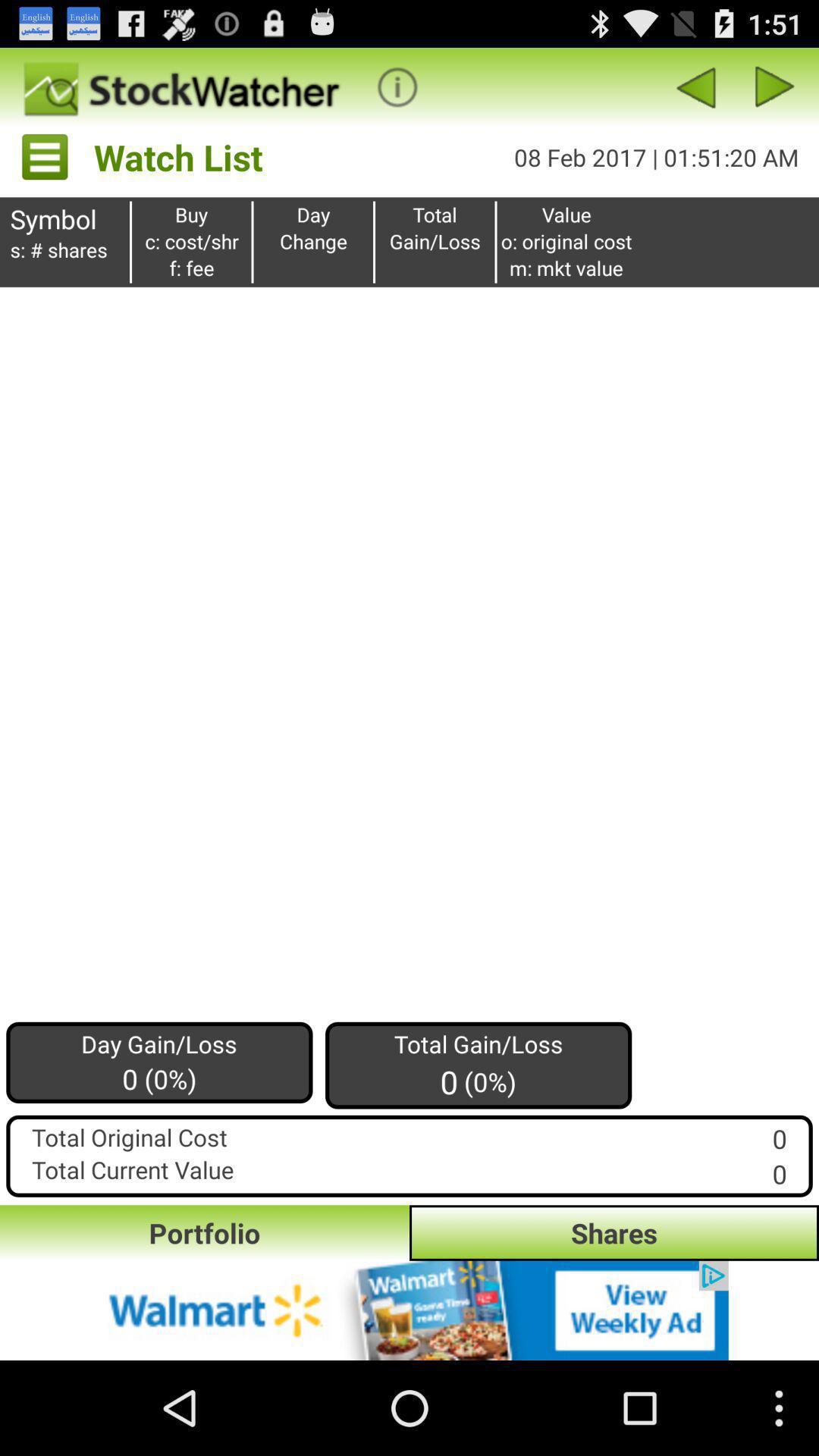 This screenshot has width=819, height=1456. What do you see at coordinates (409, 1310) in the screenshot?
I see `page` at bounding box center [409, 1310].